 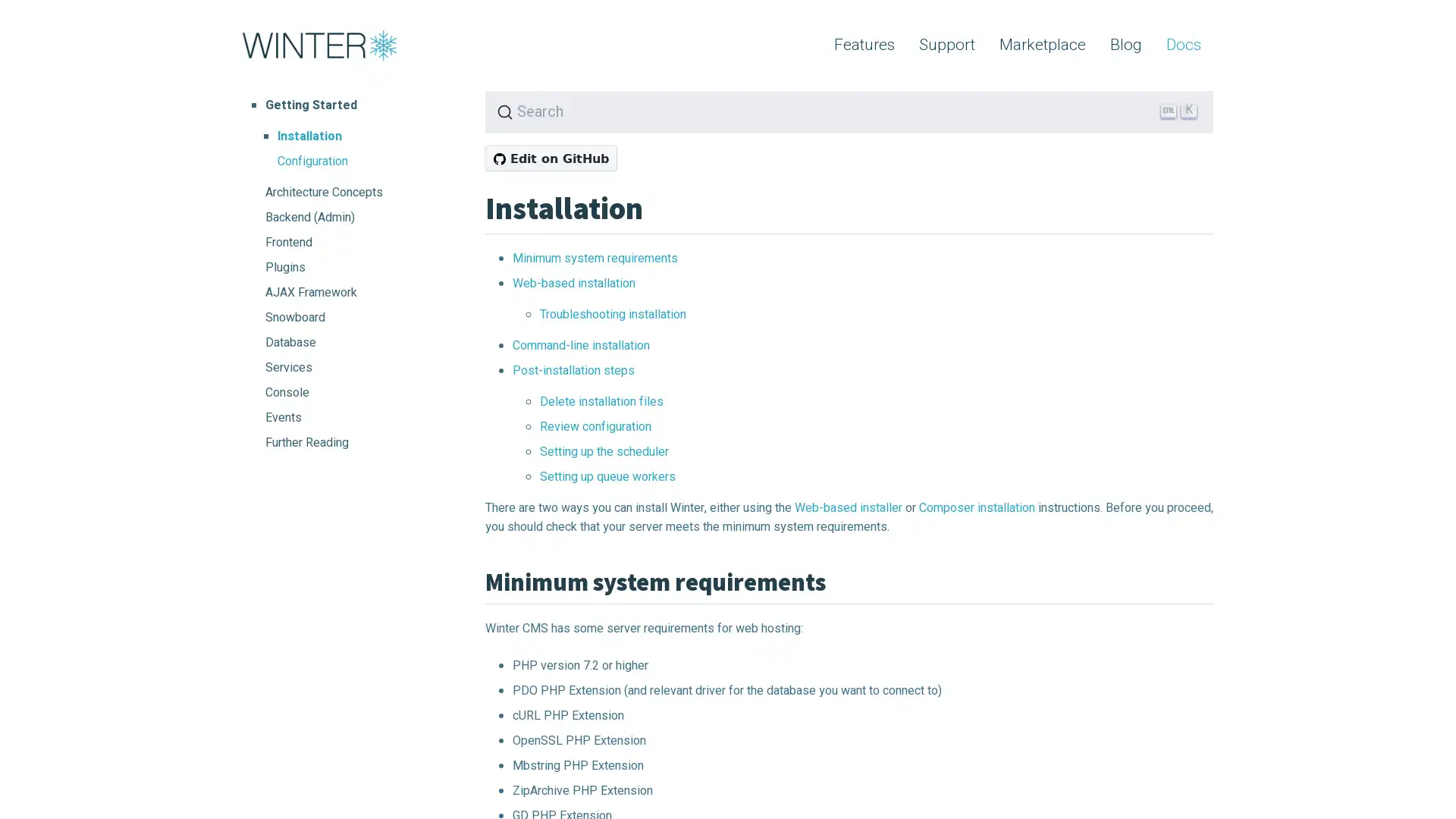 I want to click on Search, so click(x=848, y=111).